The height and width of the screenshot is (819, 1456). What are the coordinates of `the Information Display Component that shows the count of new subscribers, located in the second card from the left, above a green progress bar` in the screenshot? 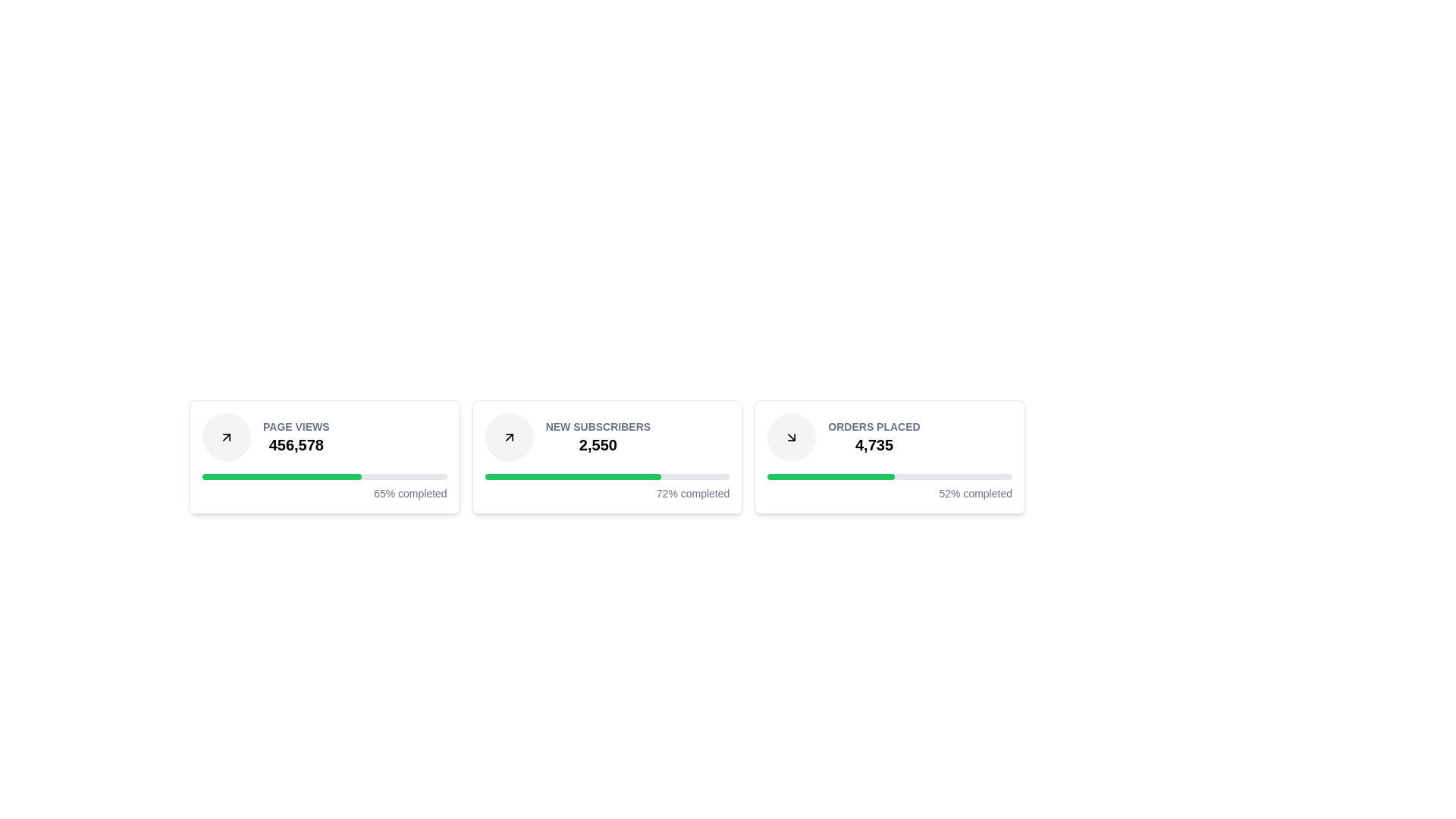 It's located at (607, 438).